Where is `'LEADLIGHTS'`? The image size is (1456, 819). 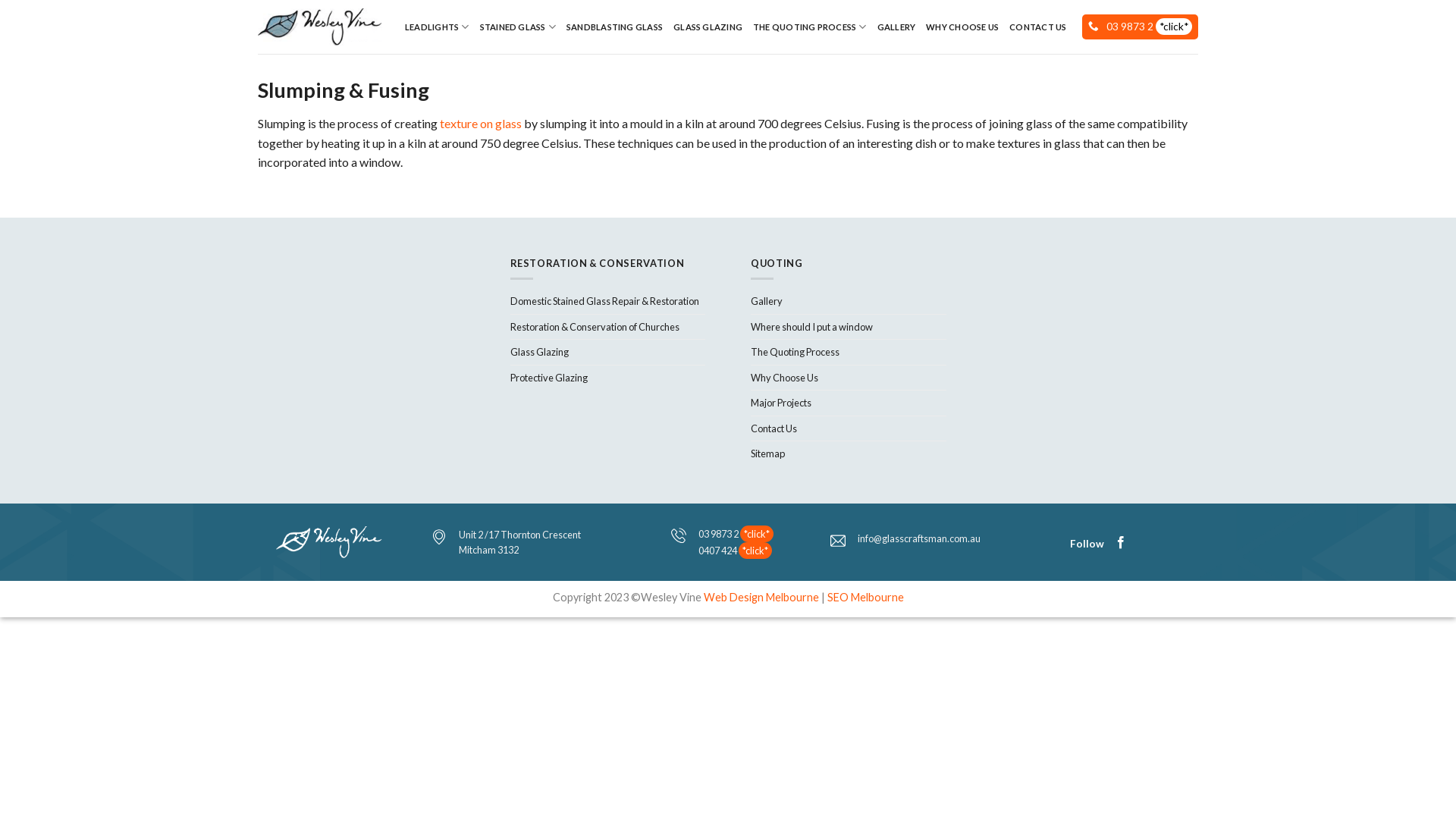 'LEADLIGHTS' is located at coordinates (436, 27).